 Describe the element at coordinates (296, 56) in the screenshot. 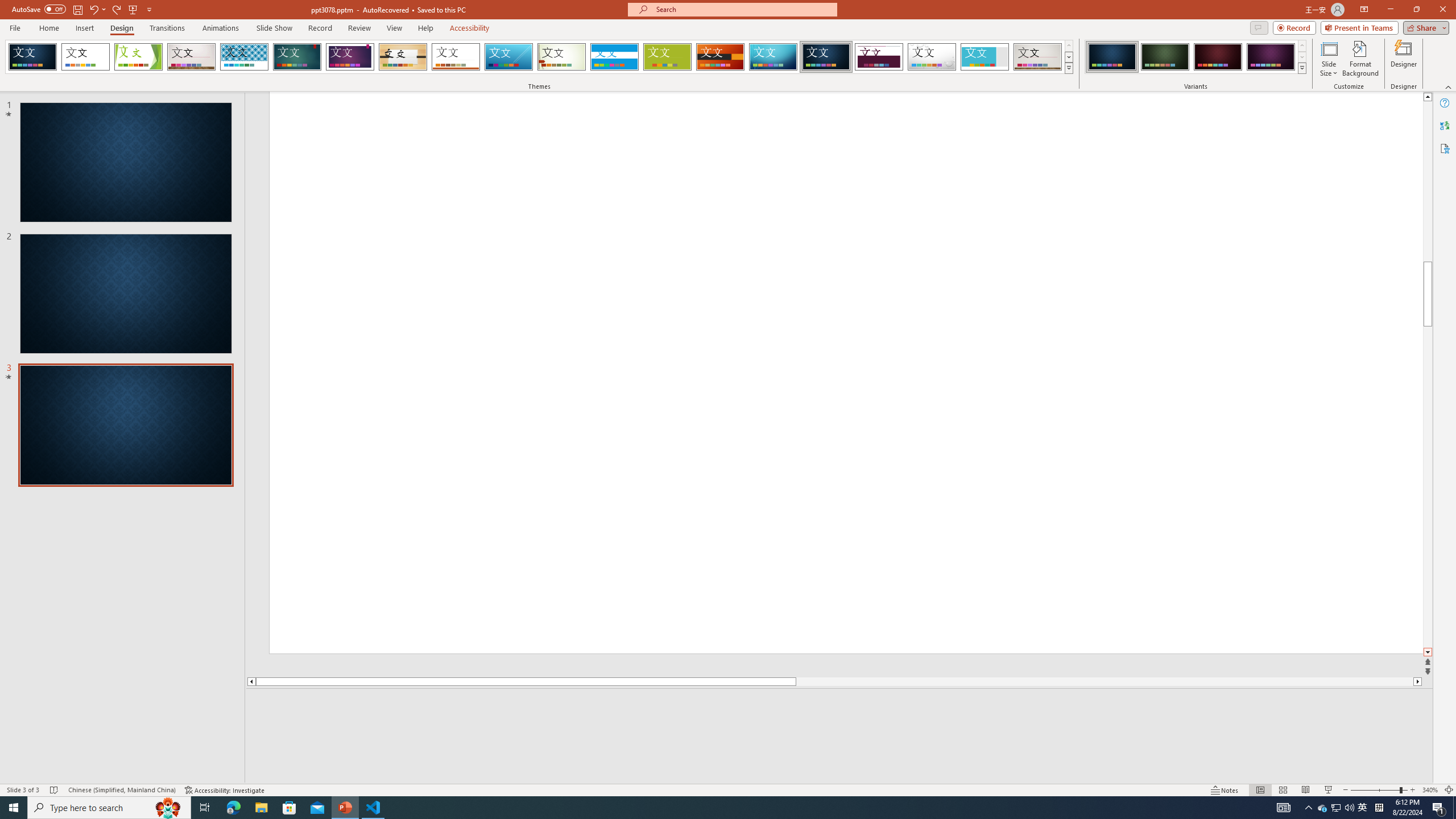

I see `'Ion'` at that location.